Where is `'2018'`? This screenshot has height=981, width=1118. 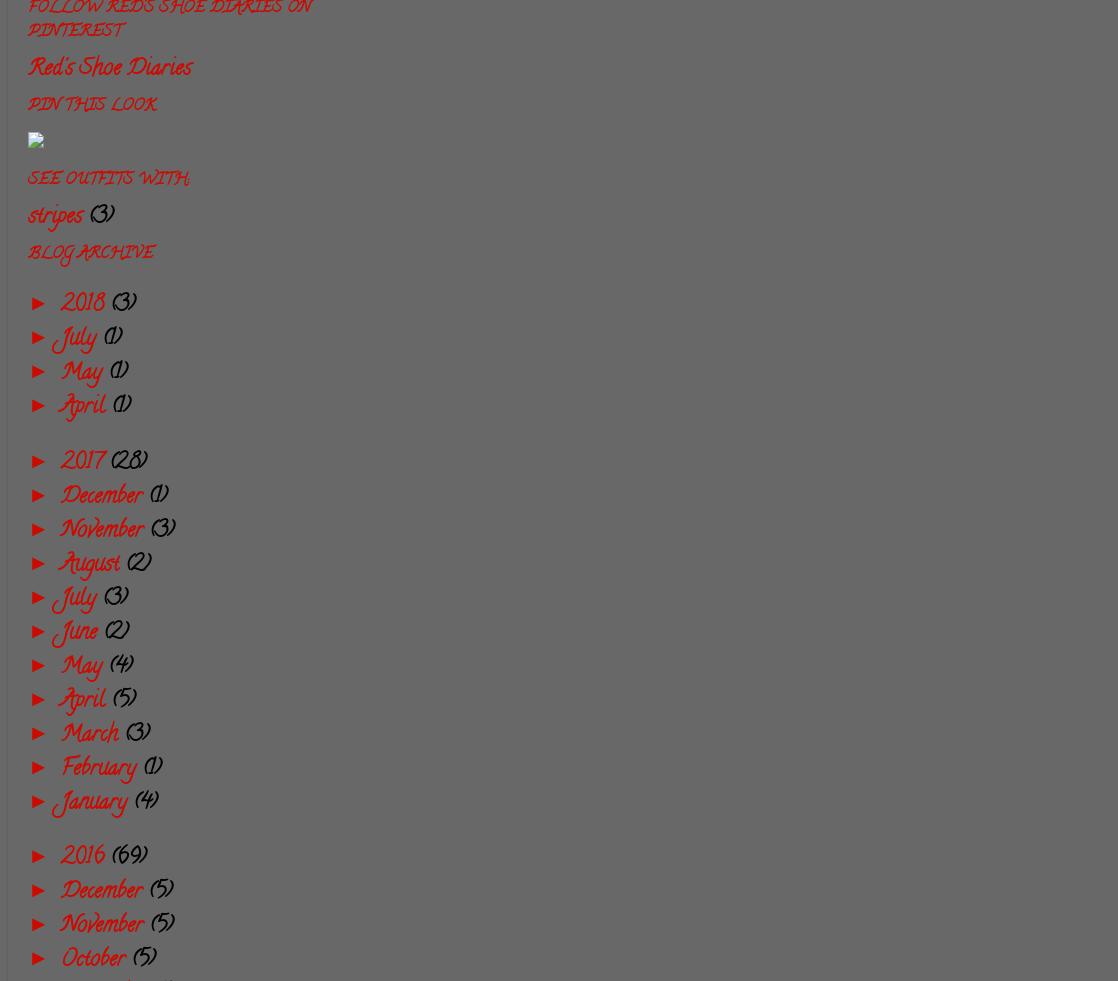 '2018' is located at coordinates (85, 304).